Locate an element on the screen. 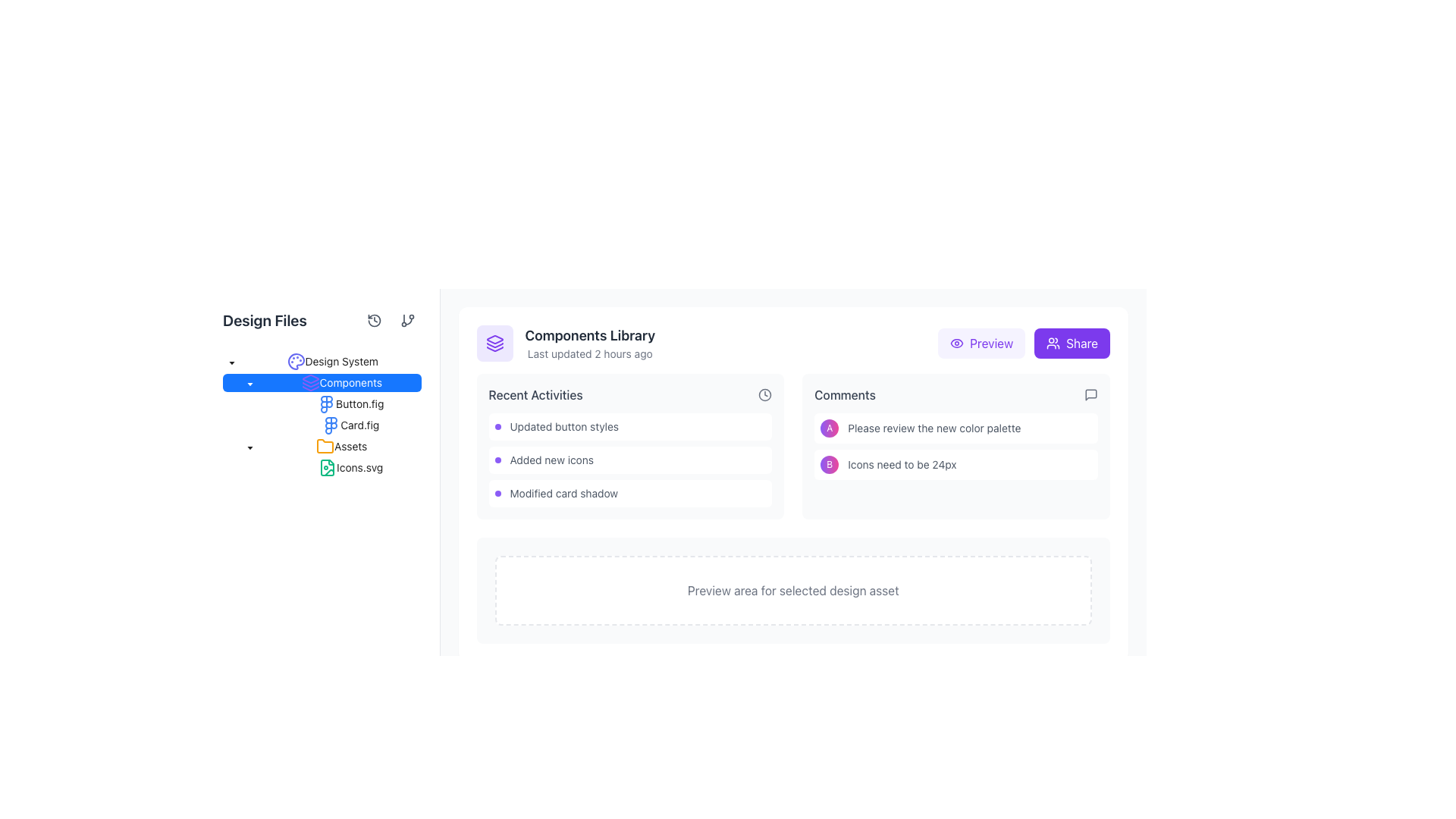  the downward-facing chevron icon of the Tree Node Expander located next to the 'Assets' label in the navigation sidebar is located at coordinates (250, 446).